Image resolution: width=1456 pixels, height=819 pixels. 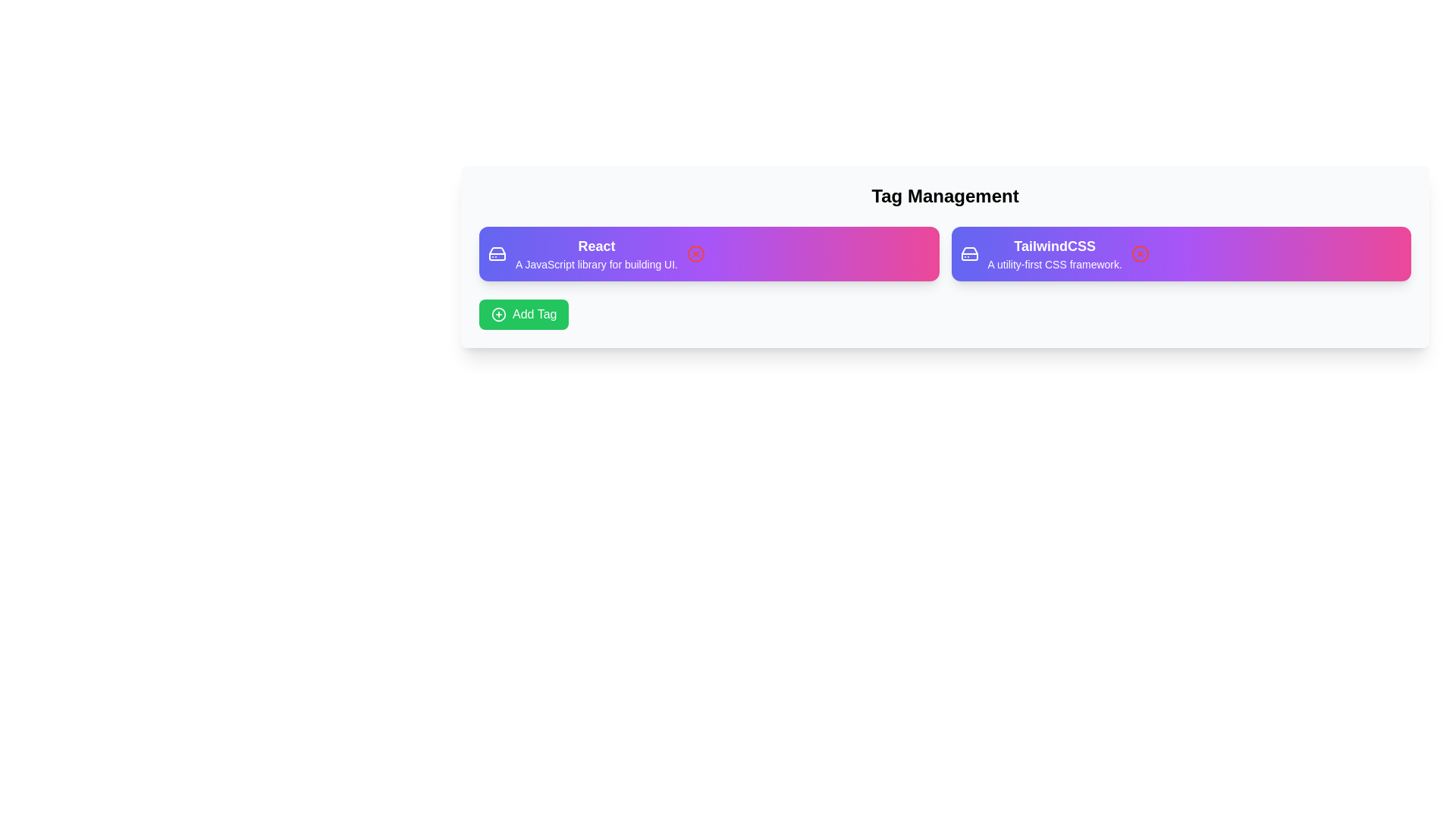 What do you see at coordinates (968, 253) in the screenshot?
I see `the first icon on the left` at bounding box center [968, 253].